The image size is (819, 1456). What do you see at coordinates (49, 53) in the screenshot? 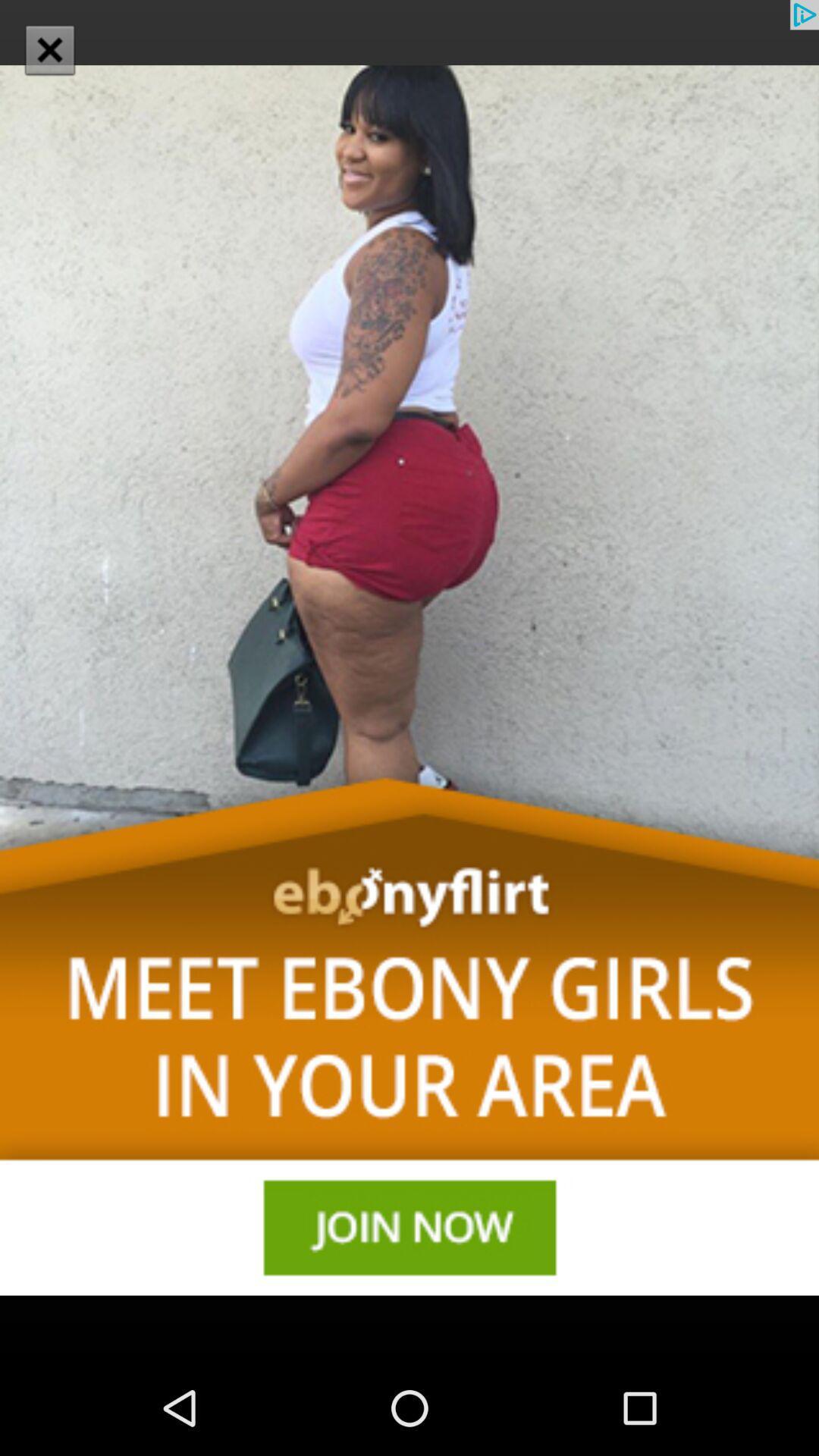
I see `the close icon` at bounding box center [49, 53].